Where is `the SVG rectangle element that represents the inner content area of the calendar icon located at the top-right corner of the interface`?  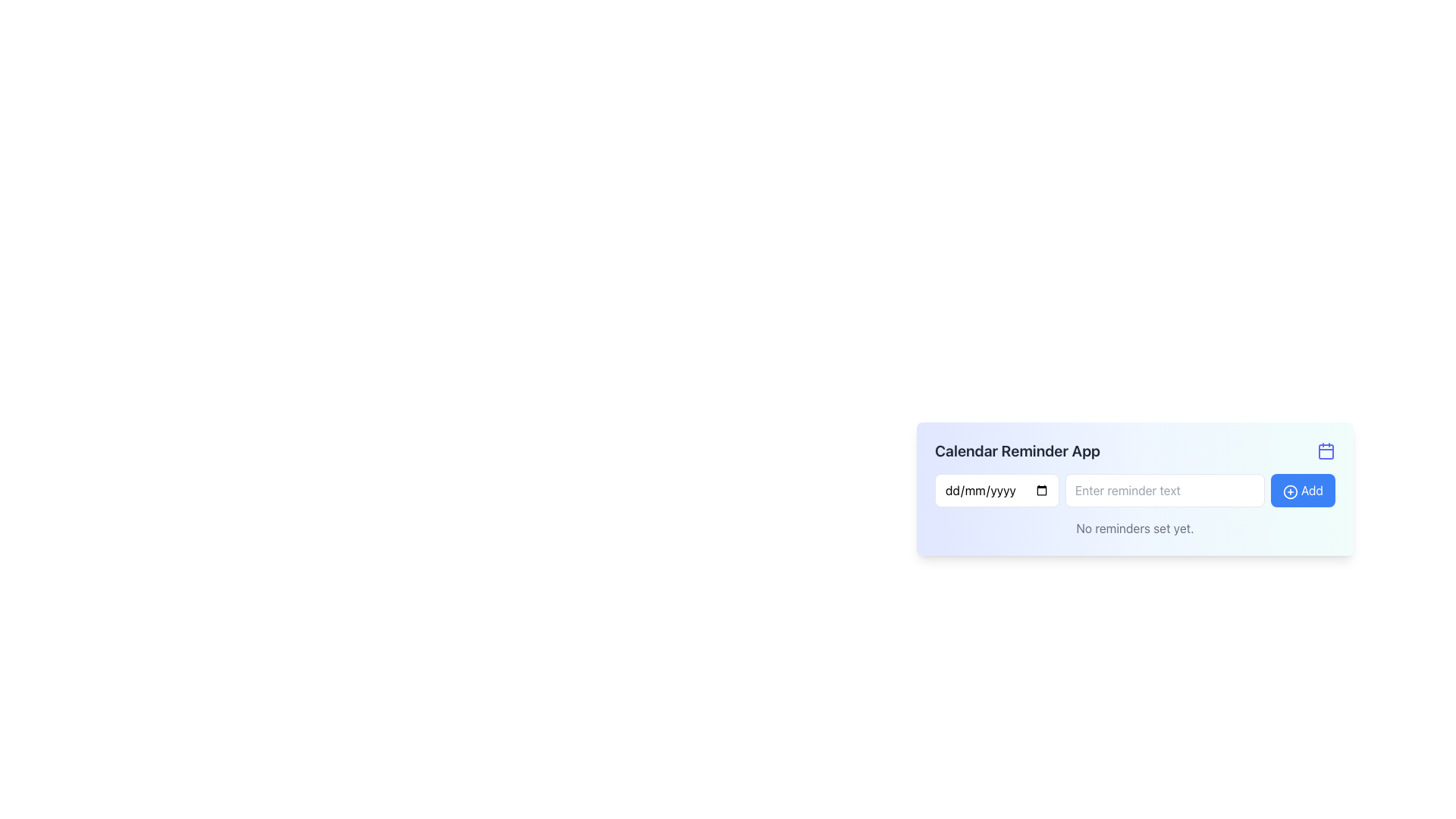 the SVG rectangle element that represents the inner content area of the calendar icon located at the top-right corner of the interface is located at coordinates (1325, 451).